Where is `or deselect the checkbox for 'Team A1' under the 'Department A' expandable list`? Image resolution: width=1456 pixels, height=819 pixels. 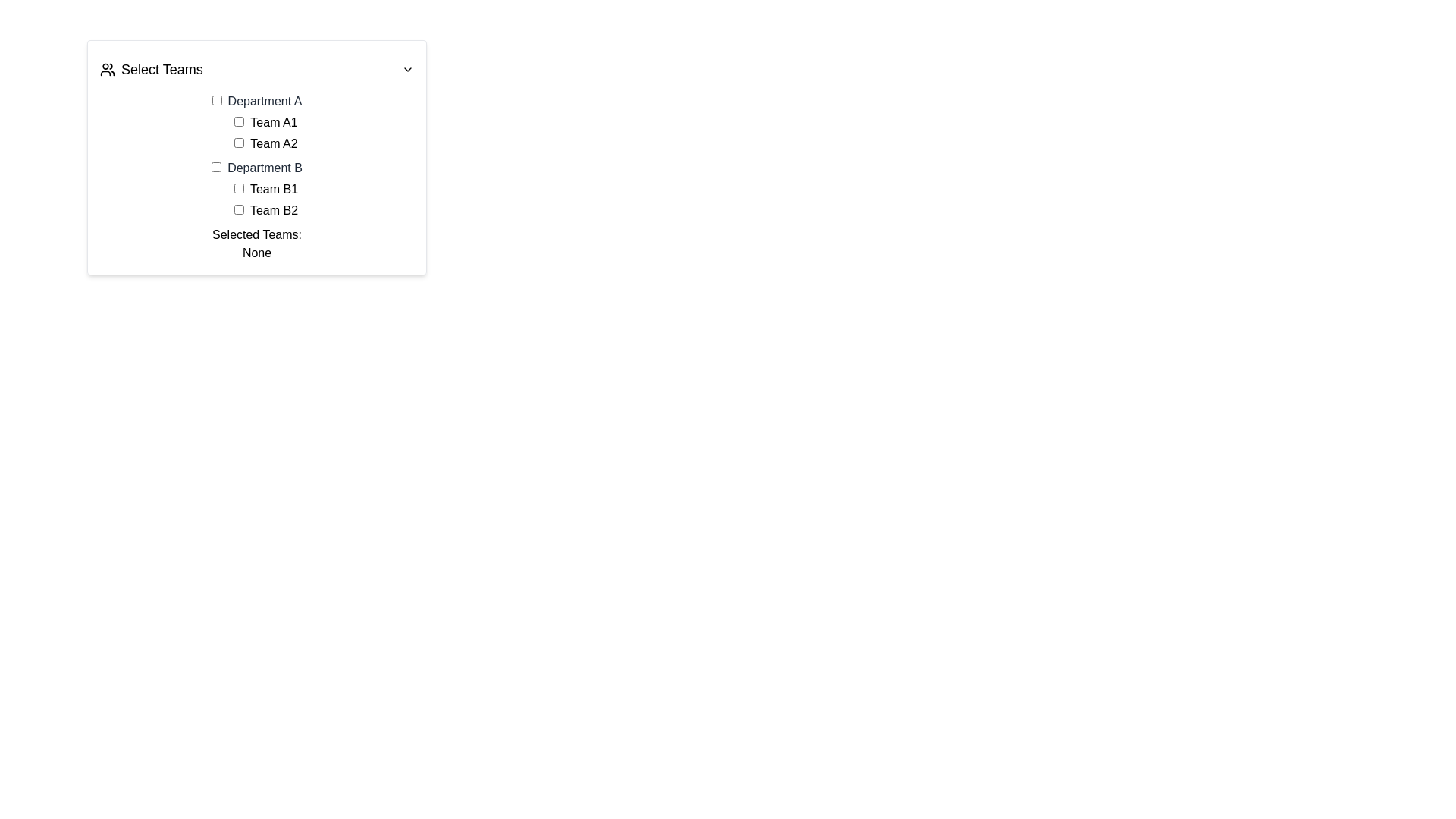
or deselect the checkbox for 'Team A1' under the 'Department A' expandable list is located at coordinates (257, 122).